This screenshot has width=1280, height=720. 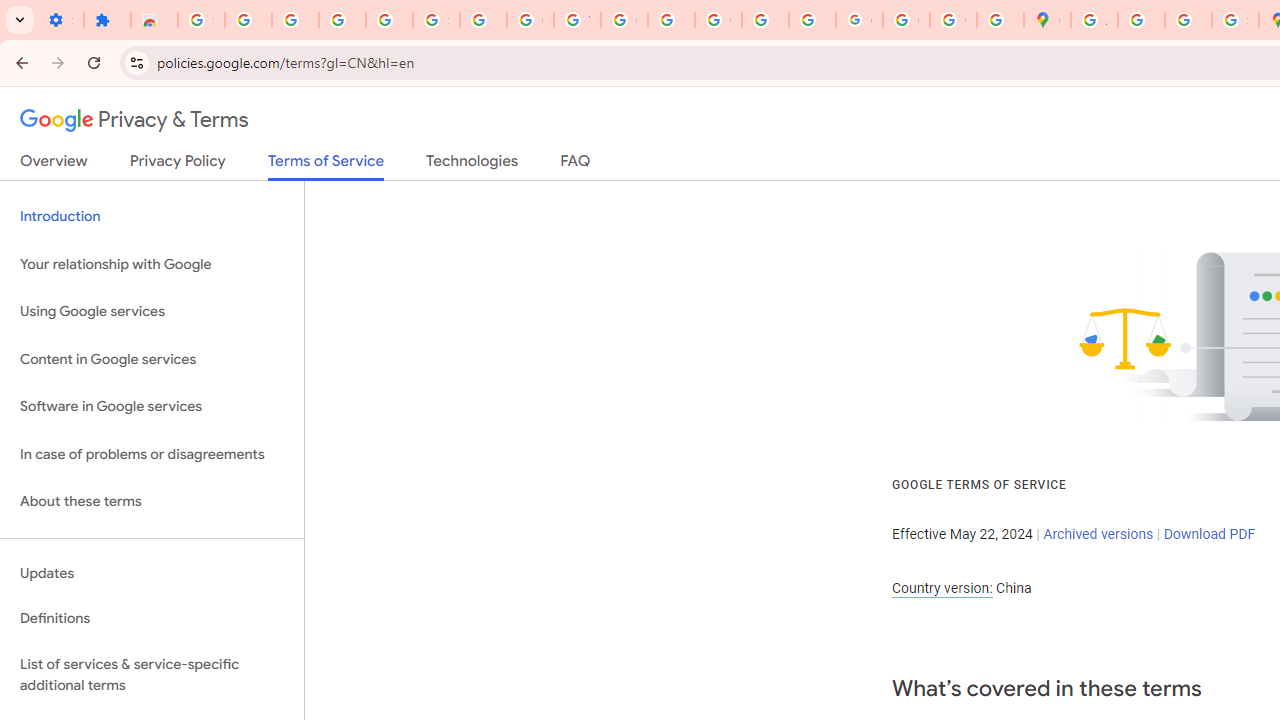 What do you see at coordinates (151, 312) in the screenshot?
I see `'Using Google services'` at bounding box center [151, 312].